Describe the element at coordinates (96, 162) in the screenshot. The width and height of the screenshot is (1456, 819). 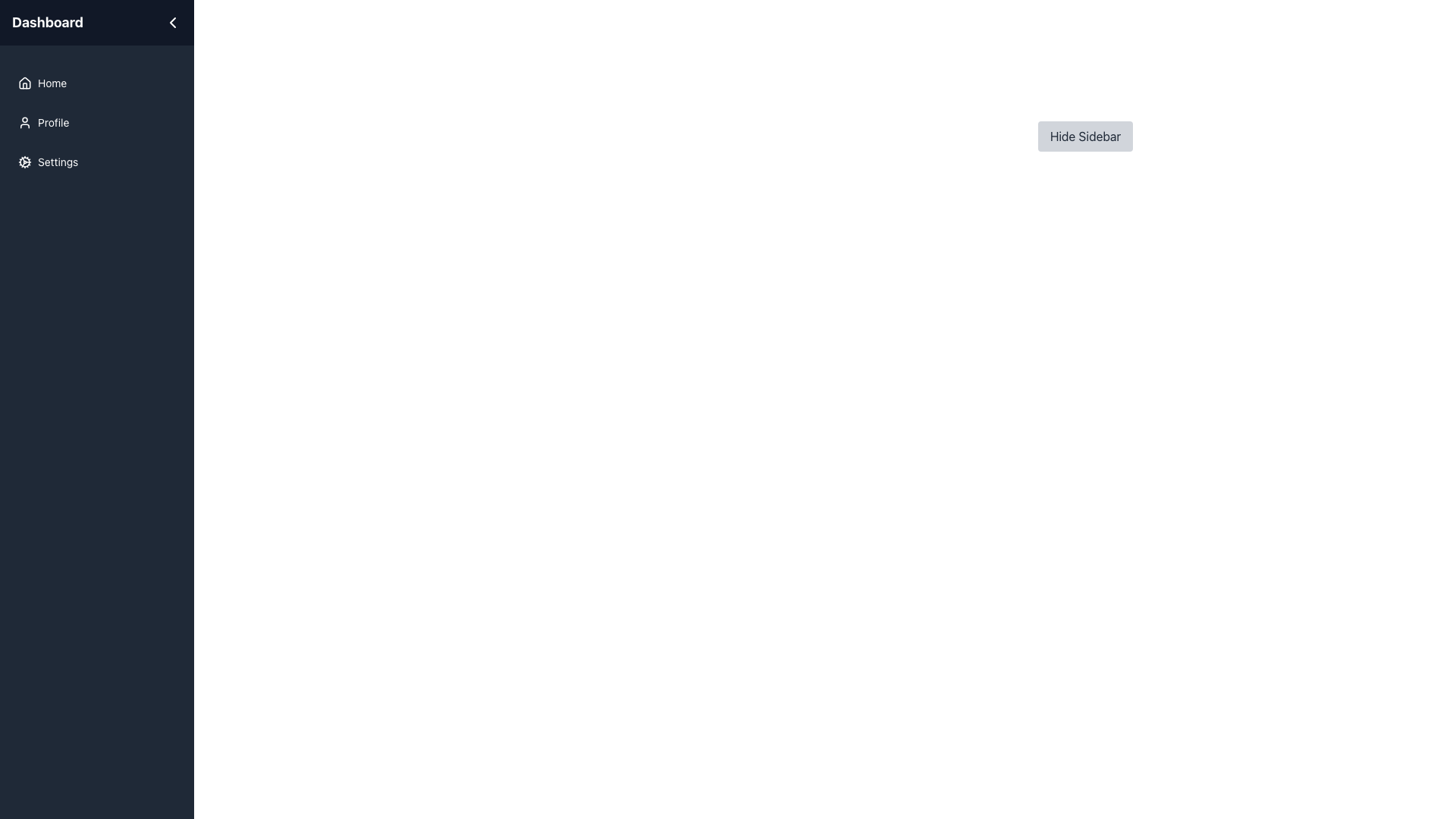
I see `the 'Settings' button located in the vertical list of menu items on the left sidebar, which is the third item in the list after 'Home' and 'Profile'` at that location.